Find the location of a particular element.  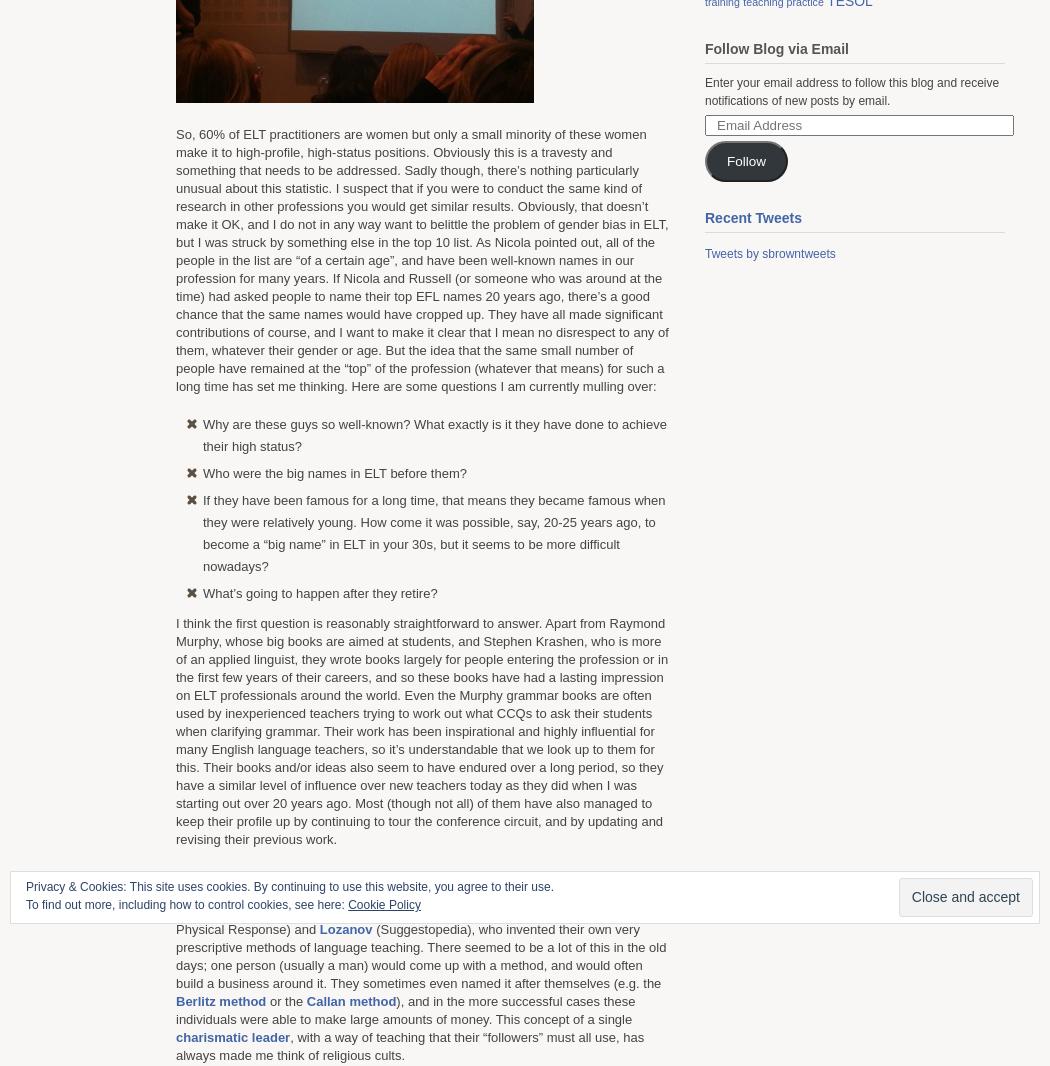

'(Silent Way),' is located at coordinates (546, 911).